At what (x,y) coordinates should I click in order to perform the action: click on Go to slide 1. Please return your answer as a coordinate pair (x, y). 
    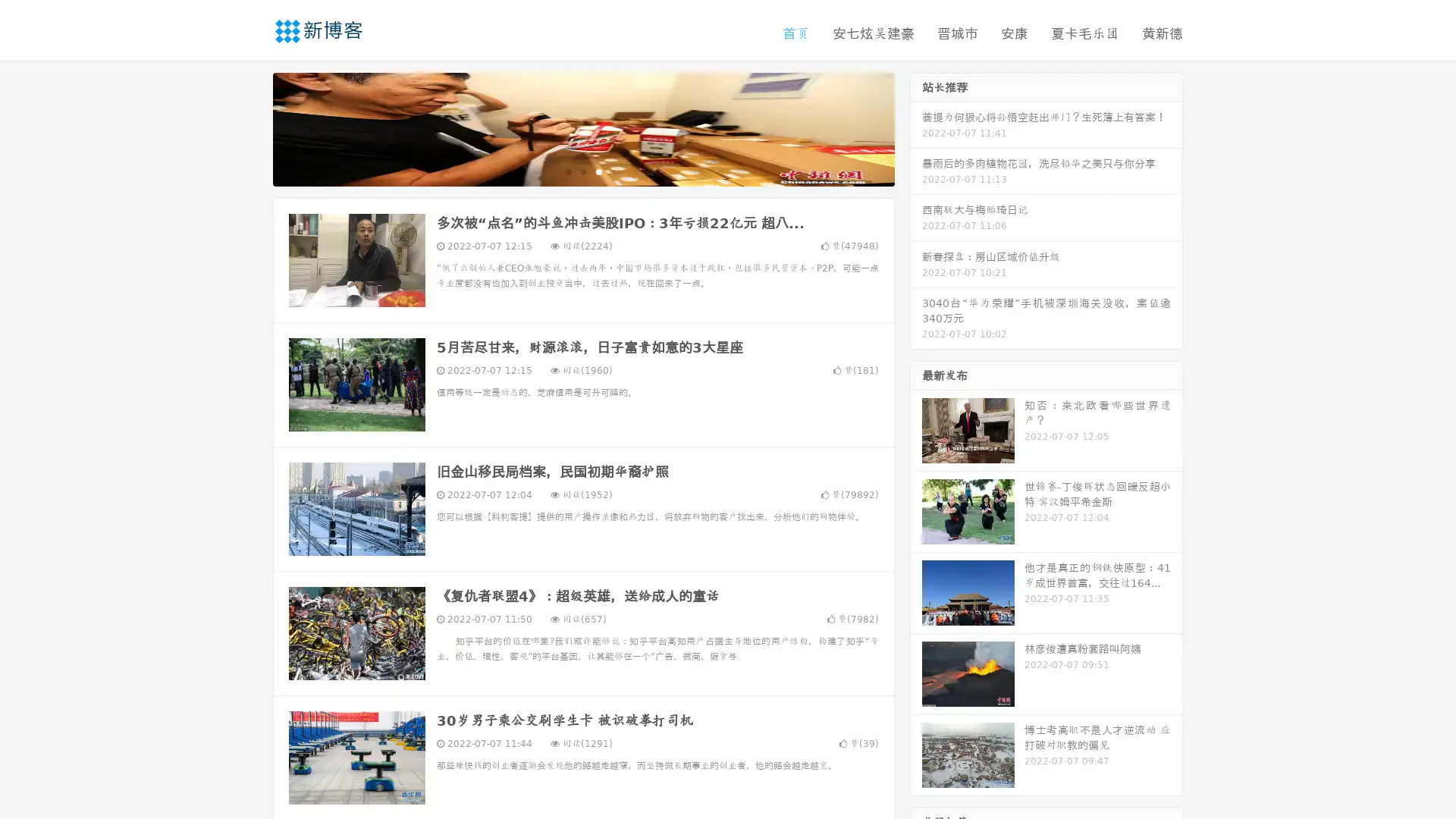
    Looking at the image, I should click on (567, 171).